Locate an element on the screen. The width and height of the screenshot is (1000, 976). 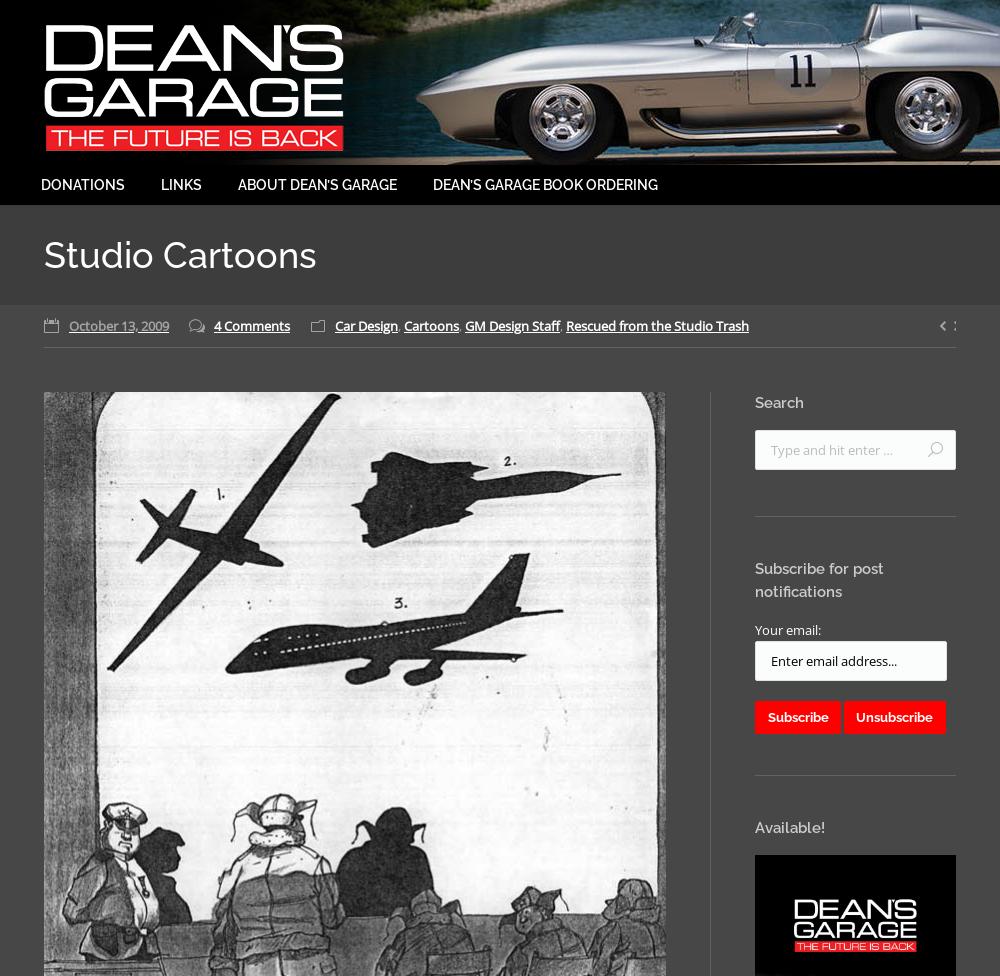
'Content is protected !!' is located at coordinates (470, 512).